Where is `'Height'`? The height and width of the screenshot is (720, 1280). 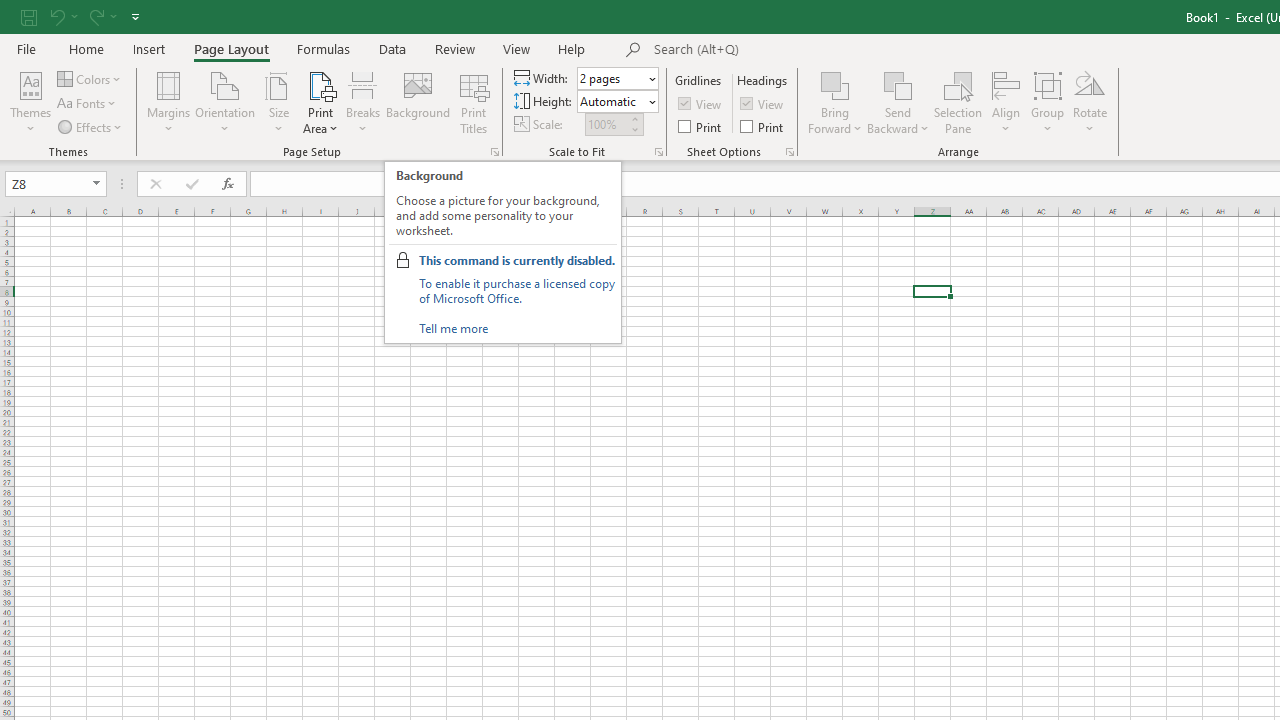 'Height' is located at coordinates (610, 101).